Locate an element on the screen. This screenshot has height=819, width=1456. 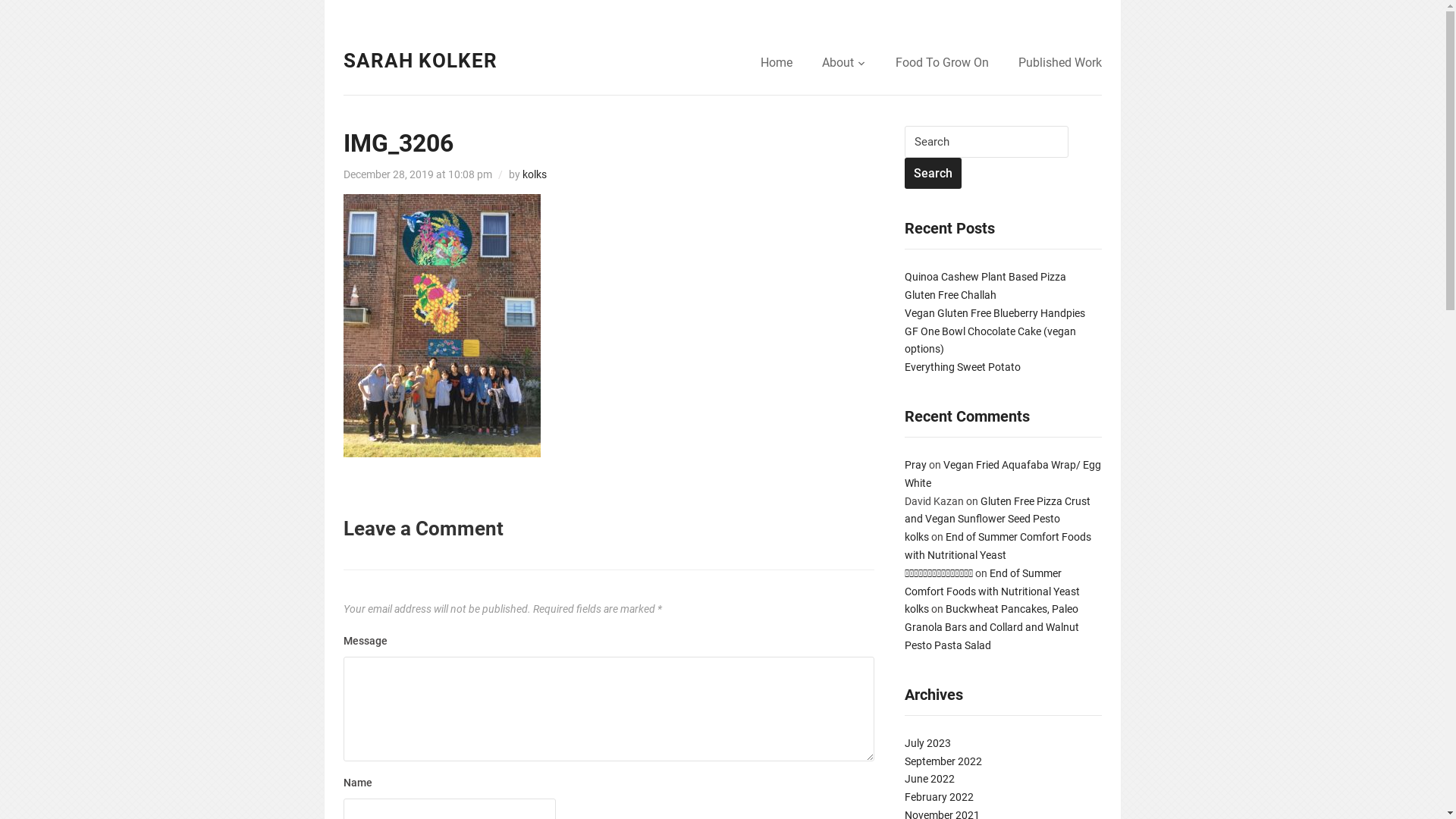
'SARAH KOLKER' is located at coordinates (341, 60).